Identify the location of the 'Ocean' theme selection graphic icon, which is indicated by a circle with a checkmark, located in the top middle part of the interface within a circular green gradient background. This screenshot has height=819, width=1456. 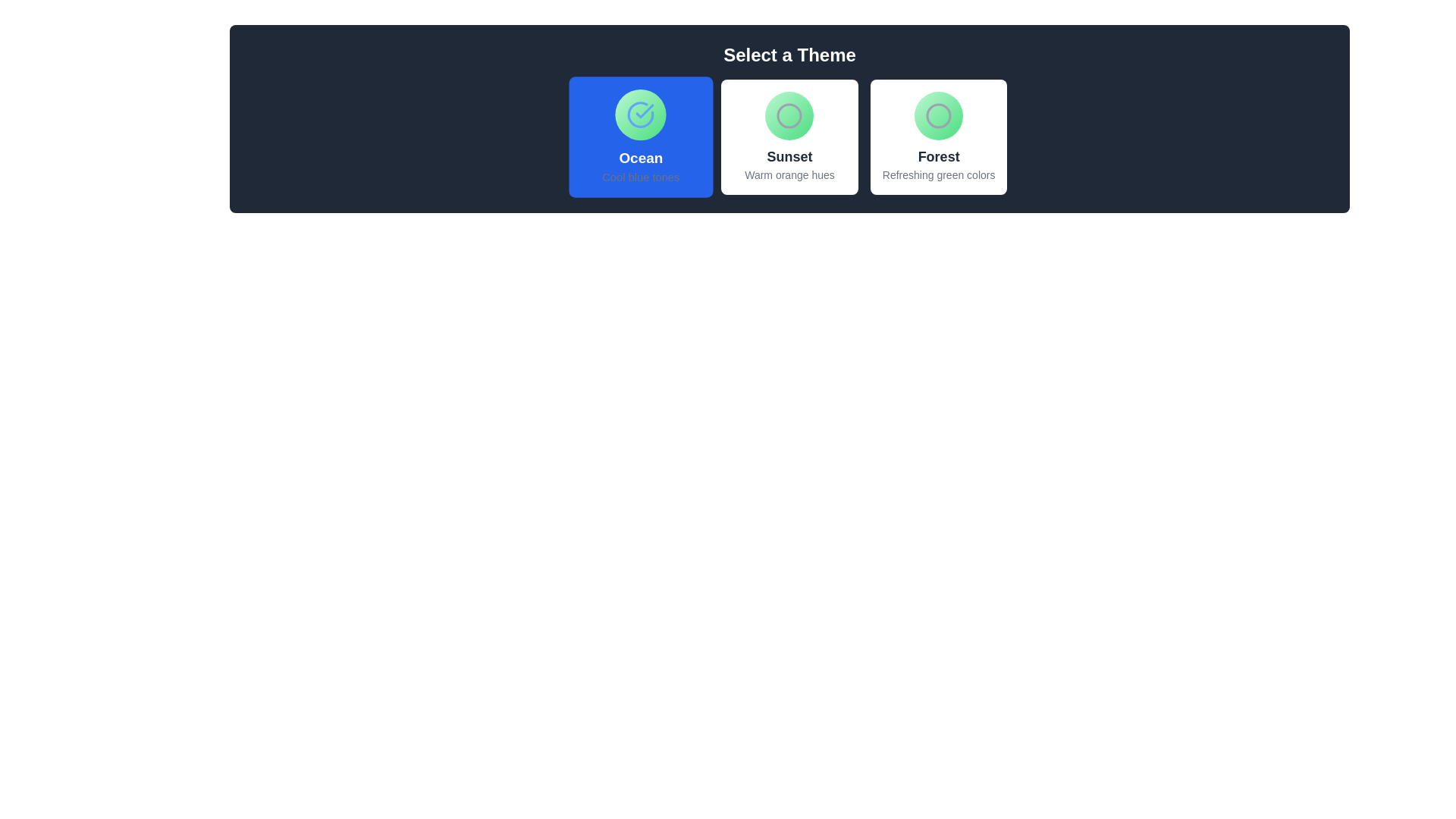
(640, 114).